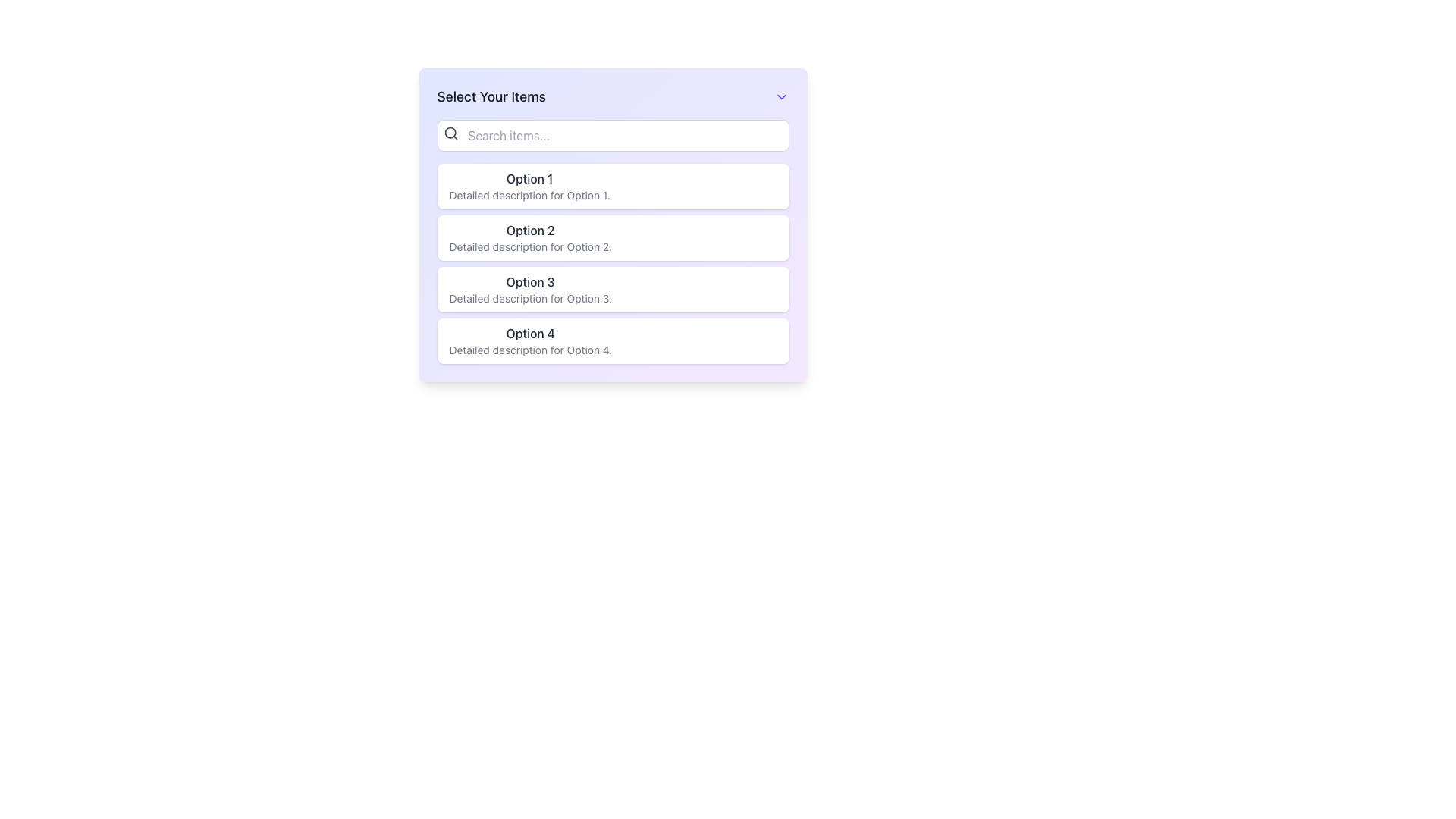  I want to click on the first selectable option in the list below the 'Select Your Items' search bar, so click(613, 186).